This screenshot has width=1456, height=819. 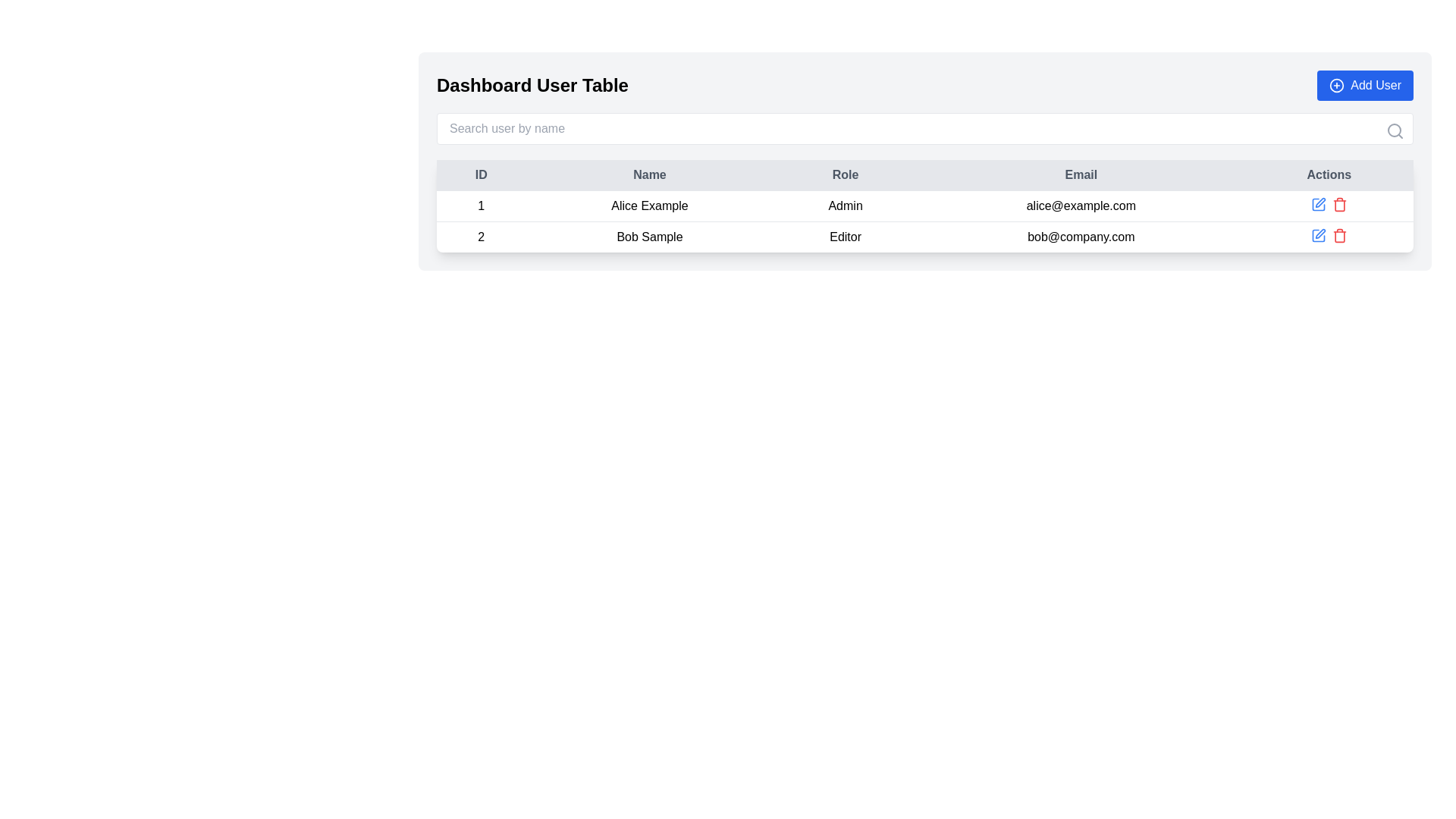 I want to click on the edit button located in the 'Actions' column of the table for the user entry of 'Alice Example', so click(x=1317, y=205).